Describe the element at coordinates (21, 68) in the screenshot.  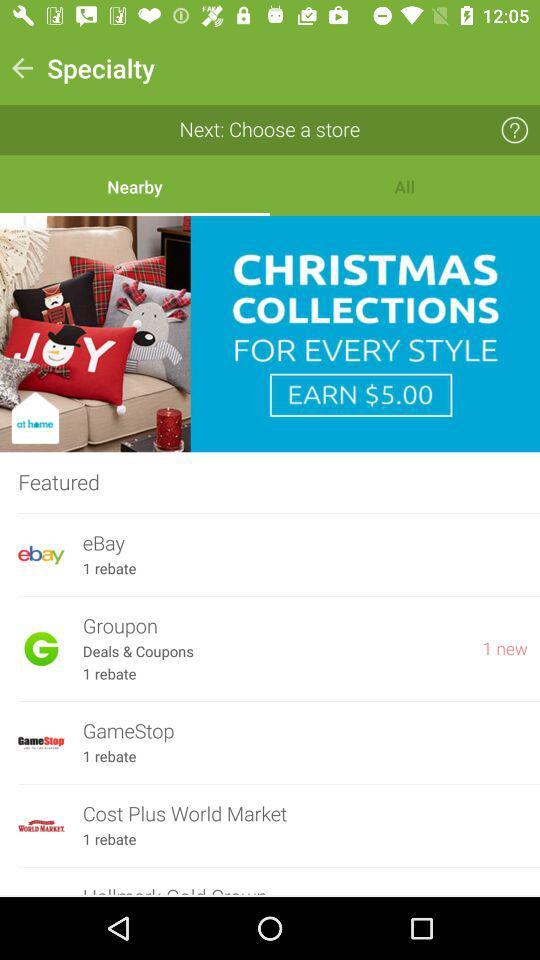
I see `the button on the top left corner of the web page` at that location.